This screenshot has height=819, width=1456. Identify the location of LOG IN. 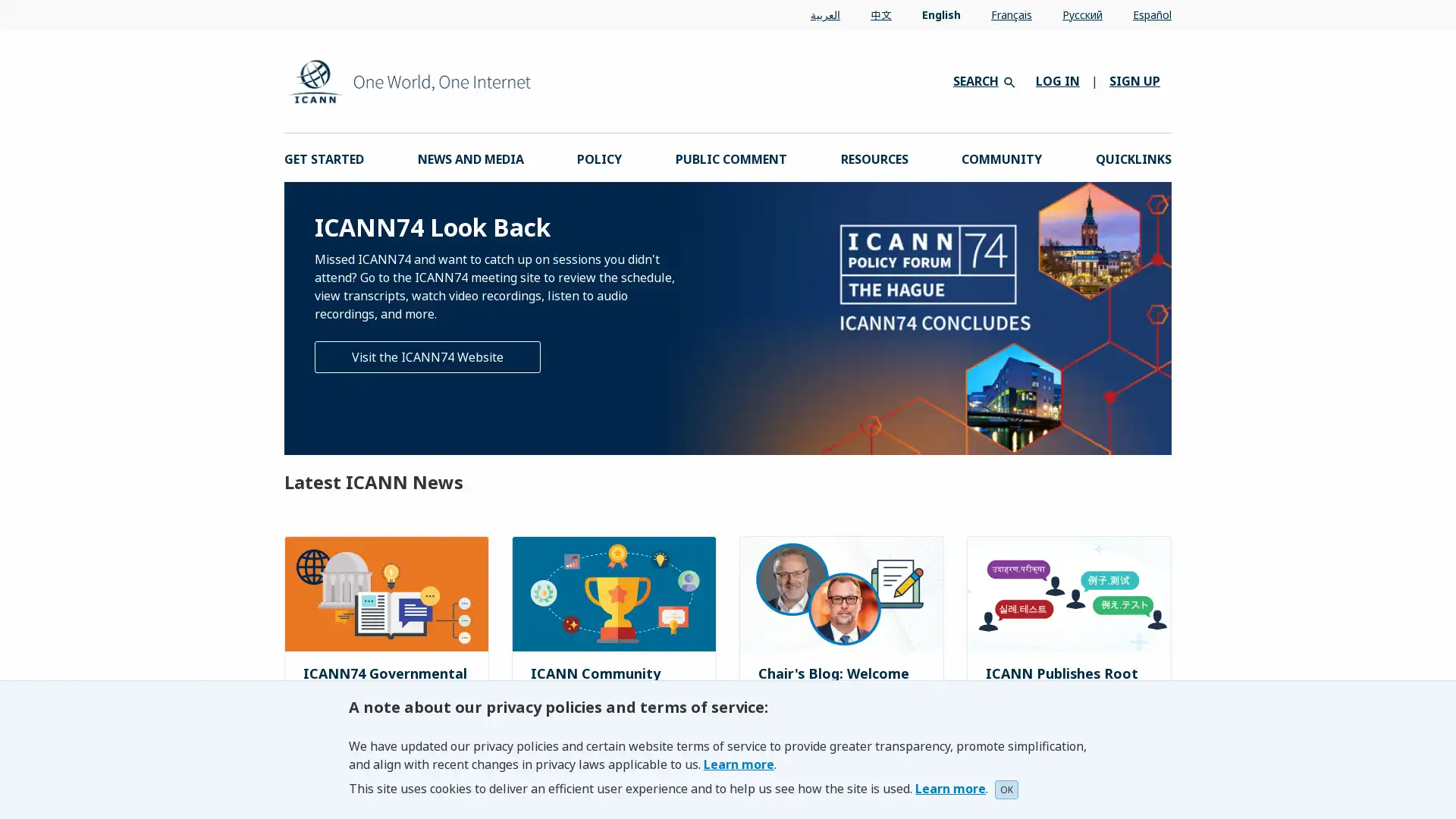
(1057, 81).